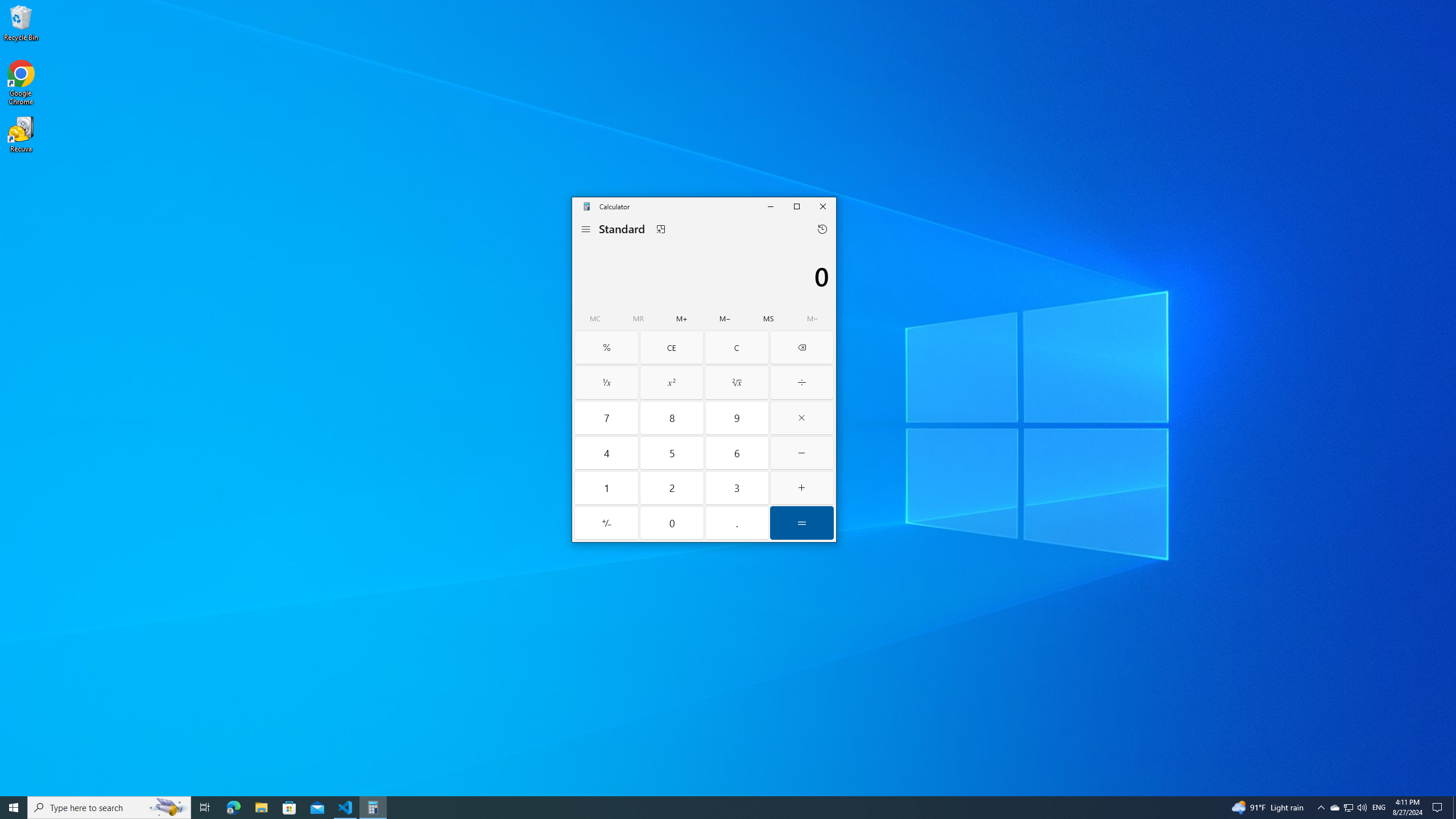  Describe the element at coordinates (770, 205) in the screenshot. I see `'Minimize Calculator'` at that location.